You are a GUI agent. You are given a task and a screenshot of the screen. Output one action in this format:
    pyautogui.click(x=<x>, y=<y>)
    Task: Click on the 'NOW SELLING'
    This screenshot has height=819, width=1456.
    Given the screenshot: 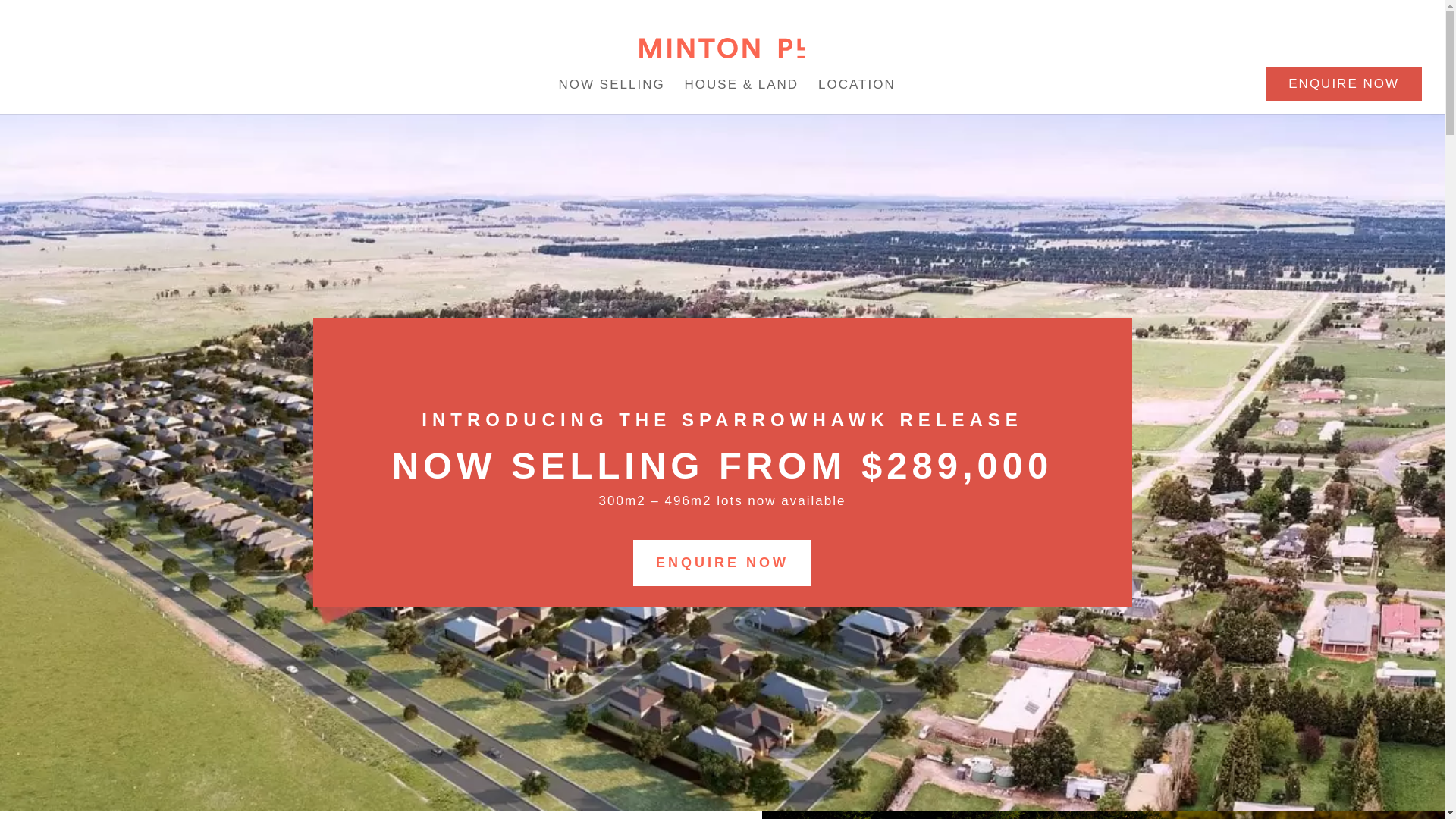 What is the action you would take?
    pyautogui.click(x=611, y=87)
    